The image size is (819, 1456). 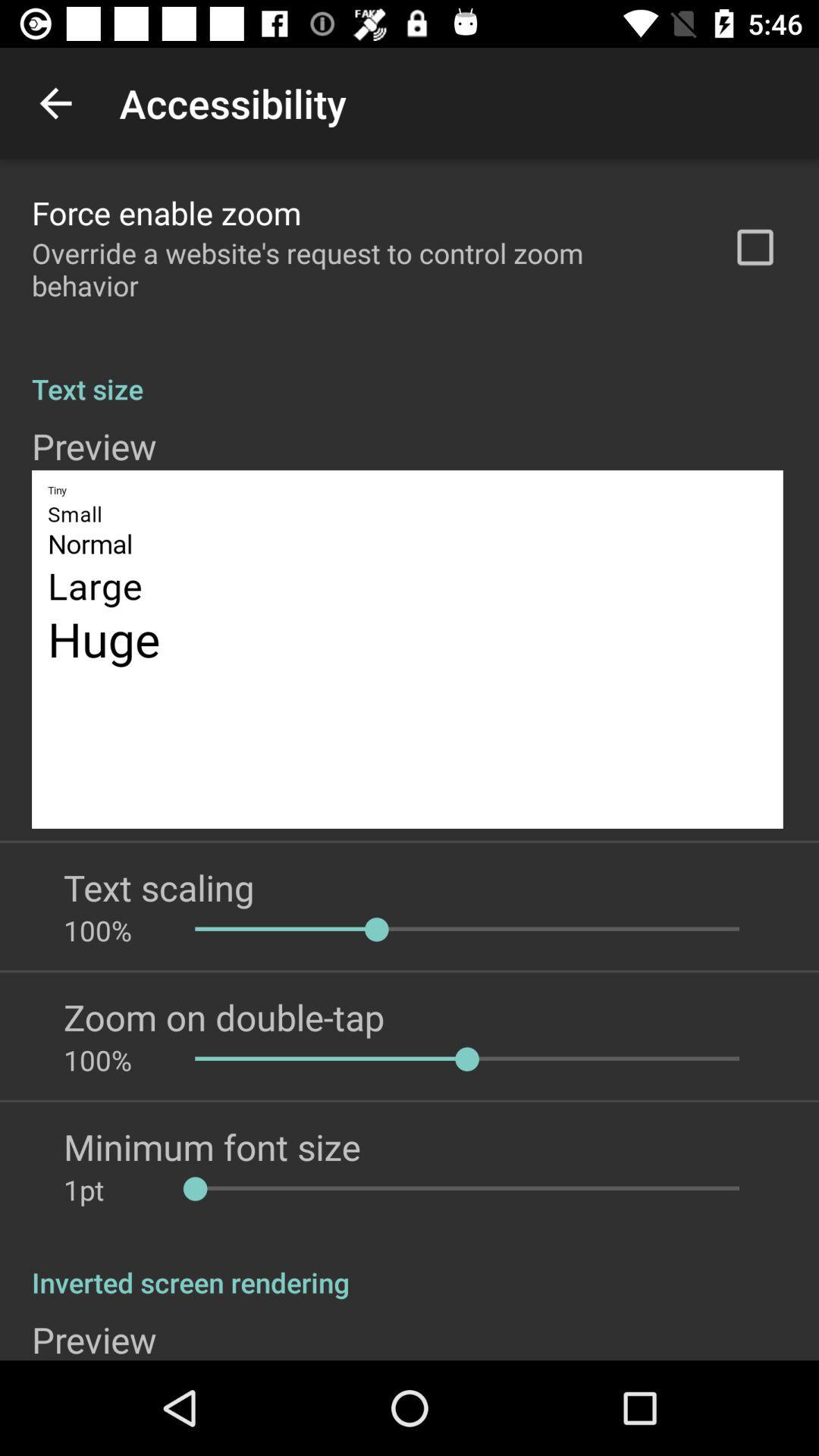 What do you see at coordinates (55, 102) in the screenshot?
I see `the item to the left of accessibility item` at bounding box center [55, 102].